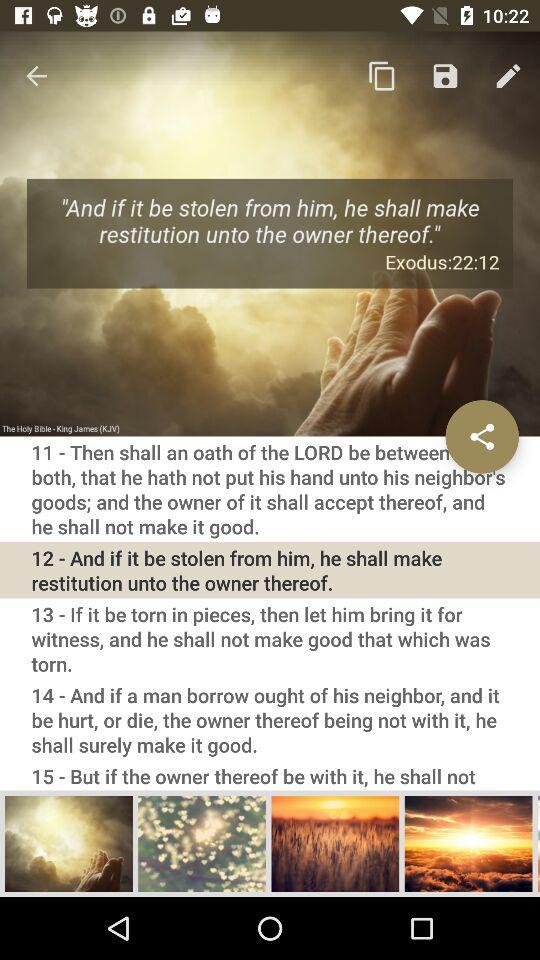 This screenshot has height=960, width=540. I want to click on share icon, so click(481, 436).